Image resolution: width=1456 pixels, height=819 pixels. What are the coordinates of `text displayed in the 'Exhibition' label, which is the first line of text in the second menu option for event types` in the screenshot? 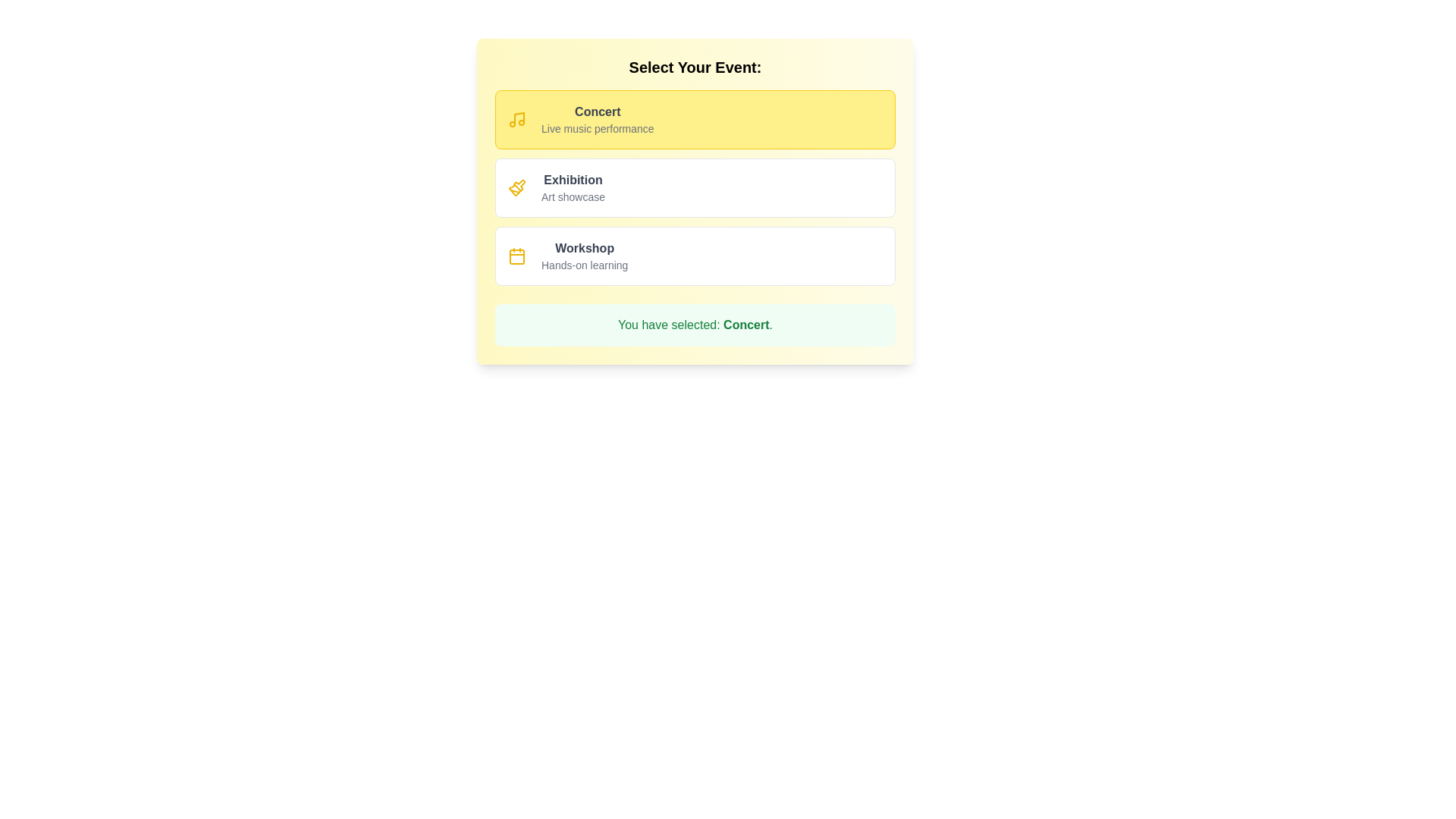 It's located at (573, 180).